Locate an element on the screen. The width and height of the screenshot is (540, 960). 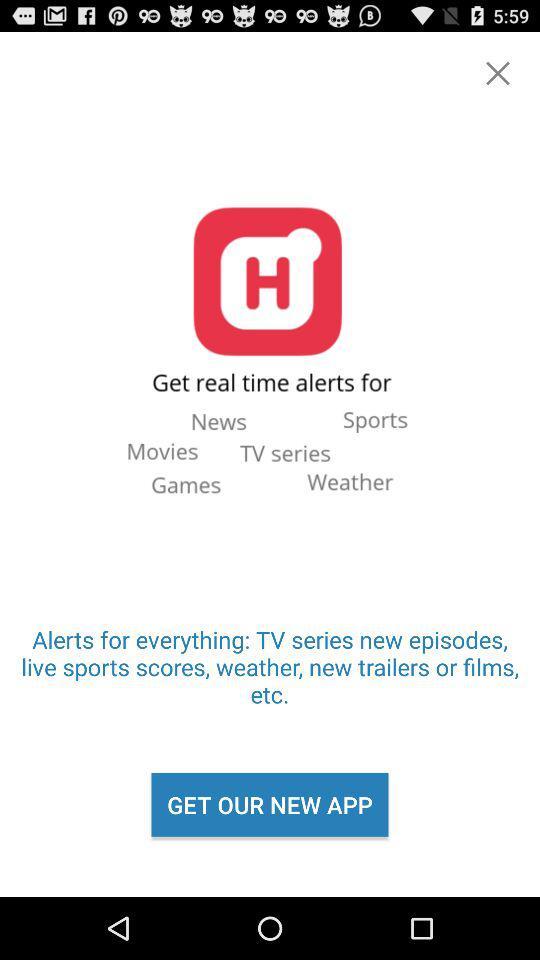
exit the page is located at coordinates (496, 73).